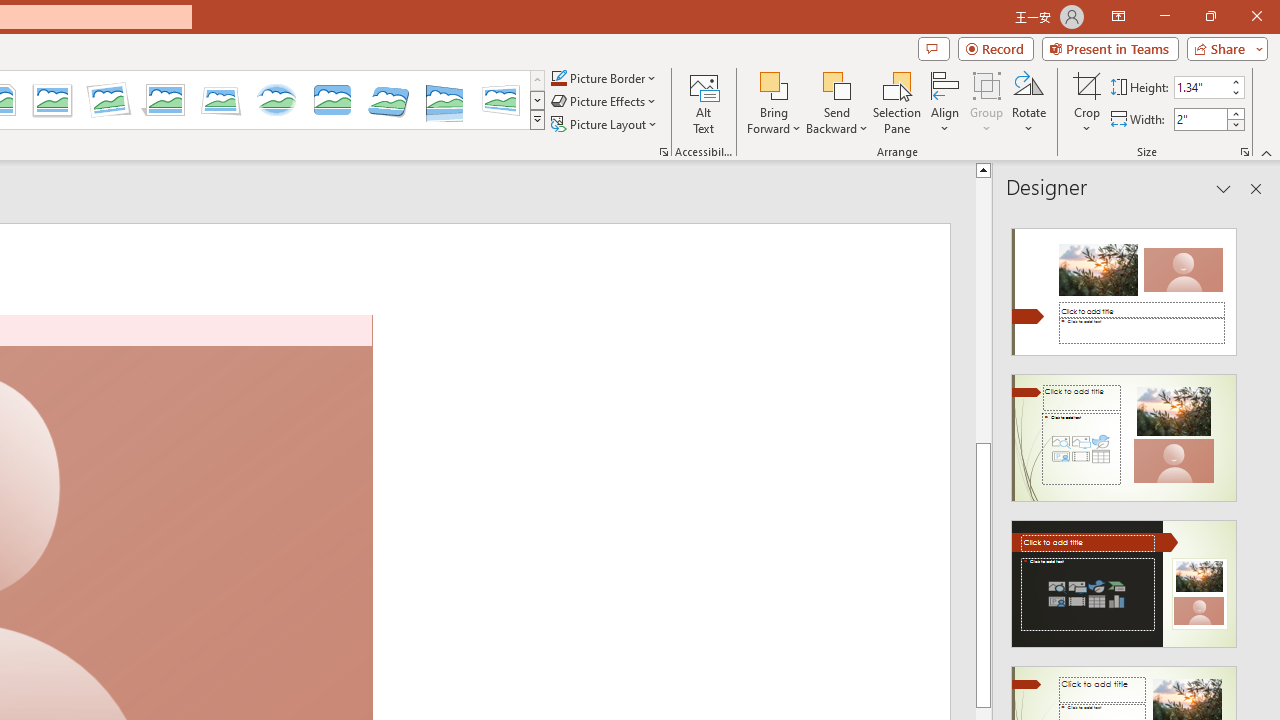  What do you see at coordinates (1234, 113) in the screenshot?
I see `'More'` at bounding box center [1234, 113].